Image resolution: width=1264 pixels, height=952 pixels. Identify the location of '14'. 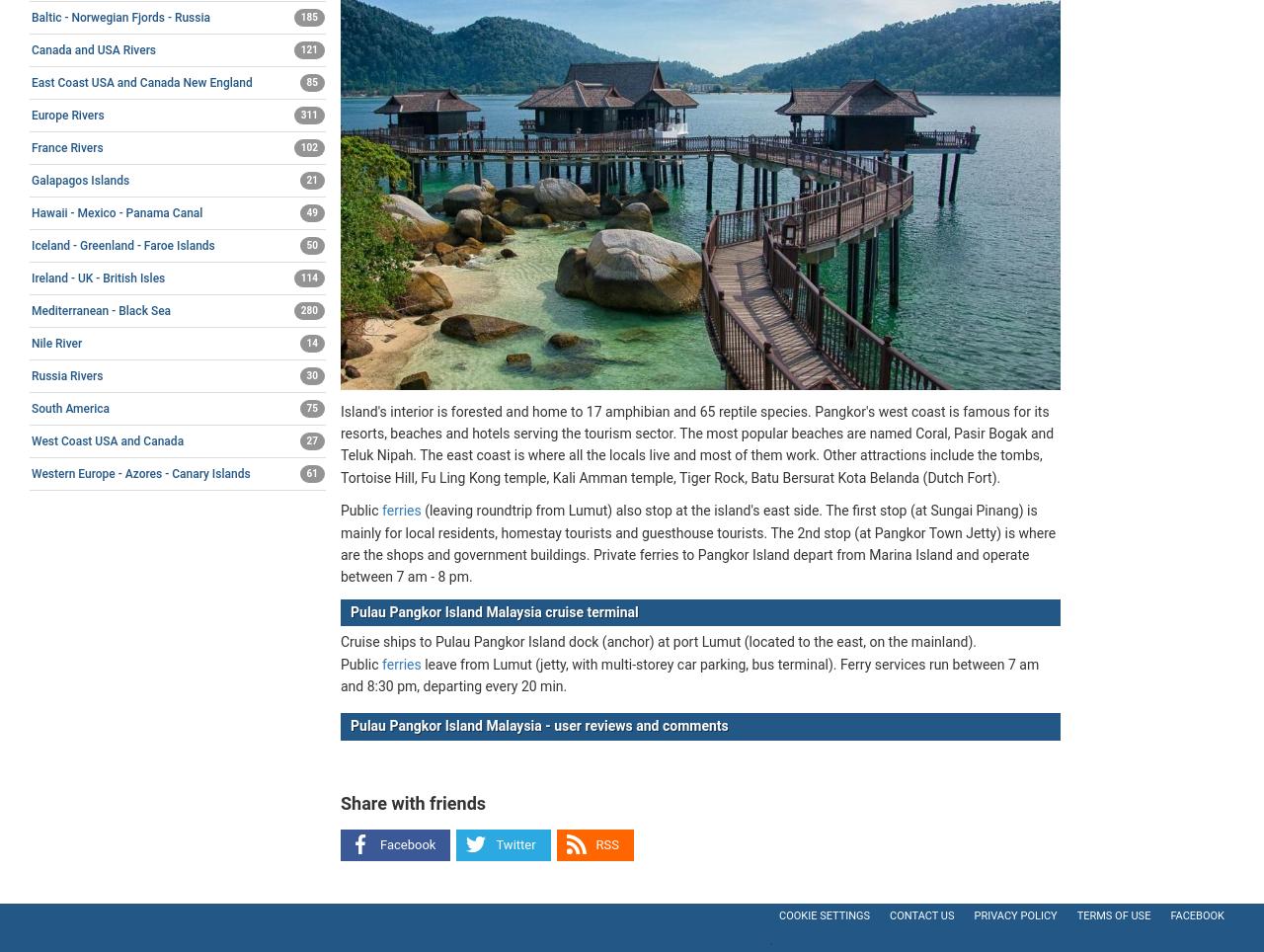
(311, 341).